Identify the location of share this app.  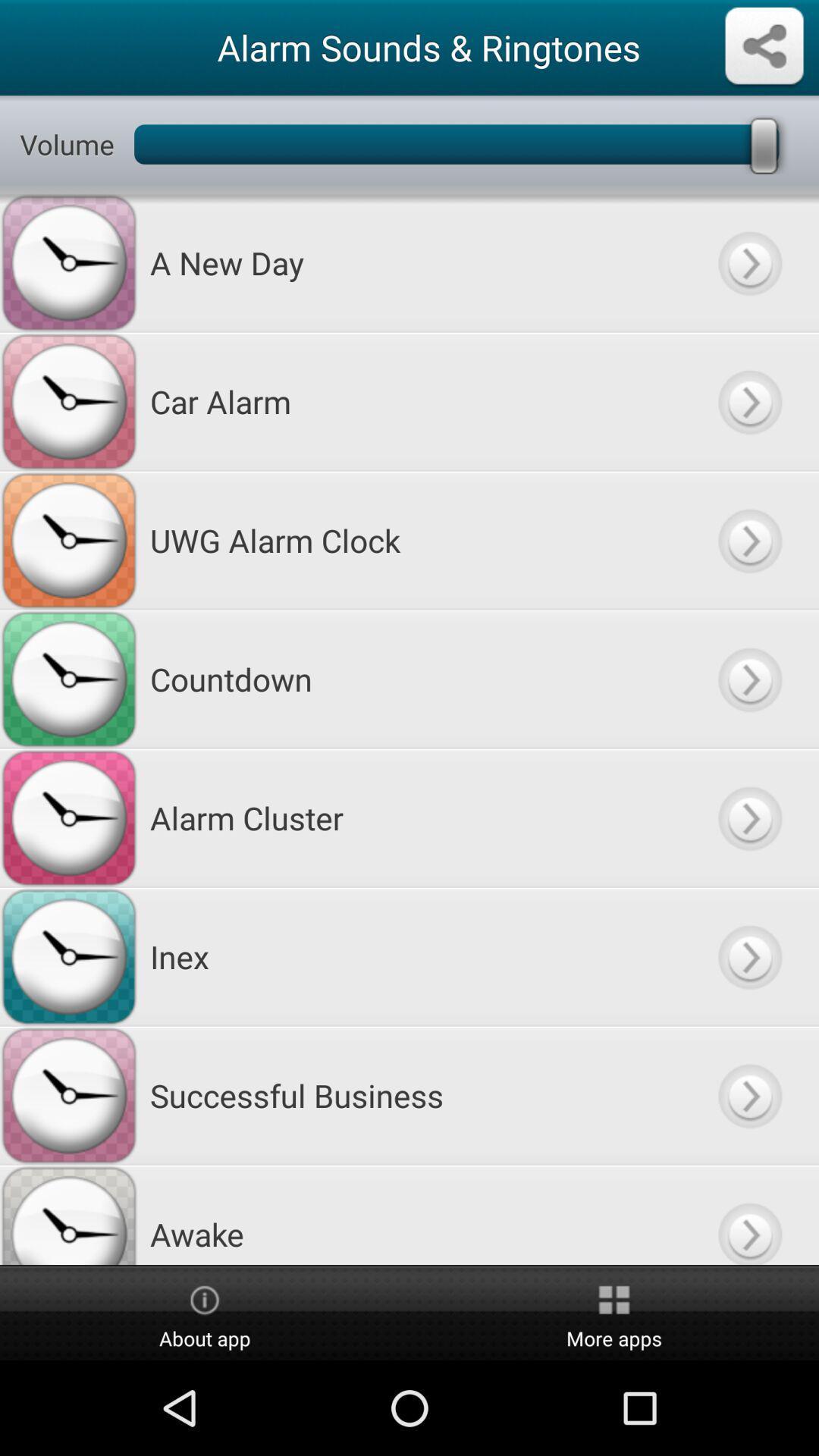
(764, 47).